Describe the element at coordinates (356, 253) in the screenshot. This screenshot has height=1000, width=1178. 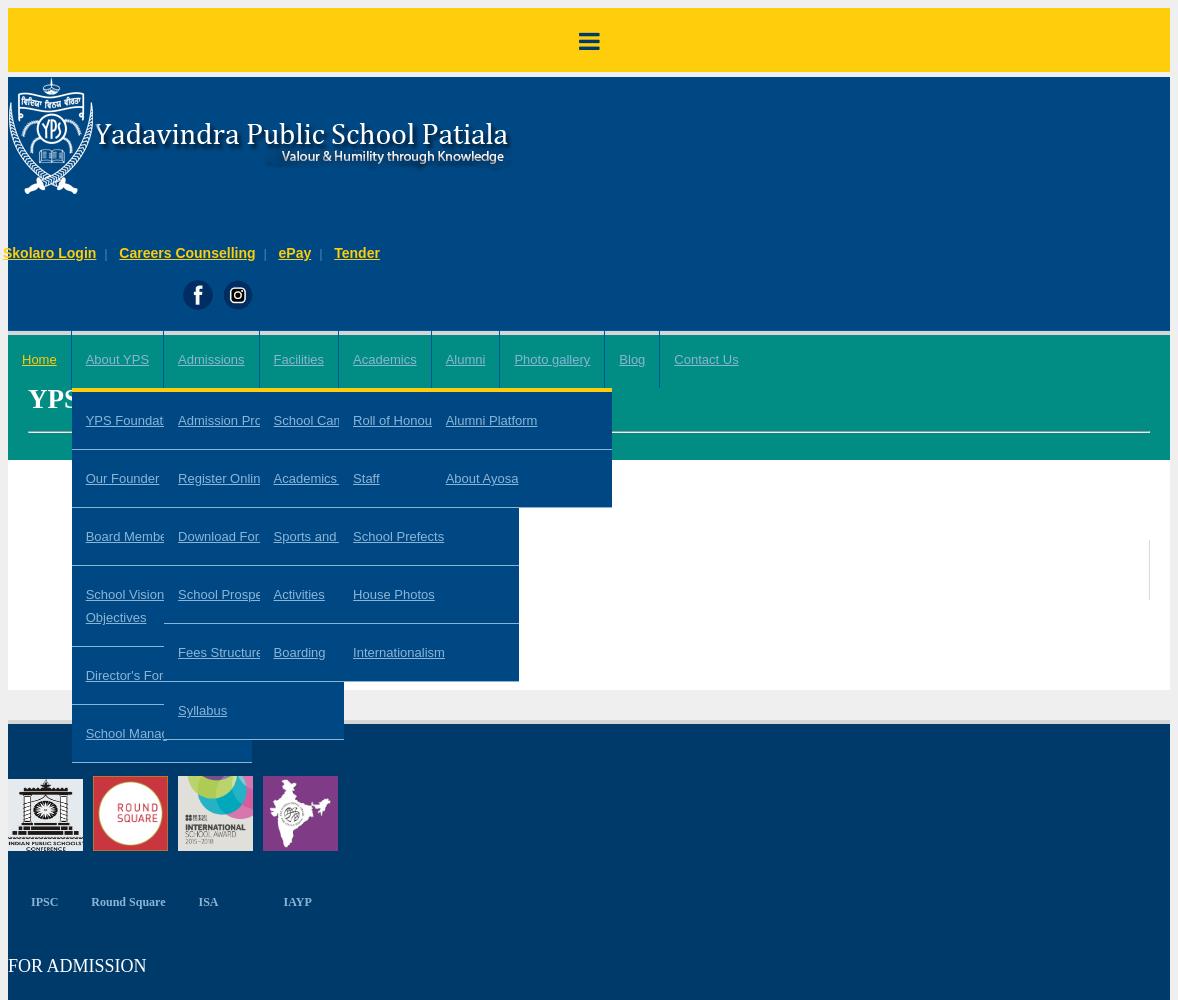
I see `'Tender'` at that location.